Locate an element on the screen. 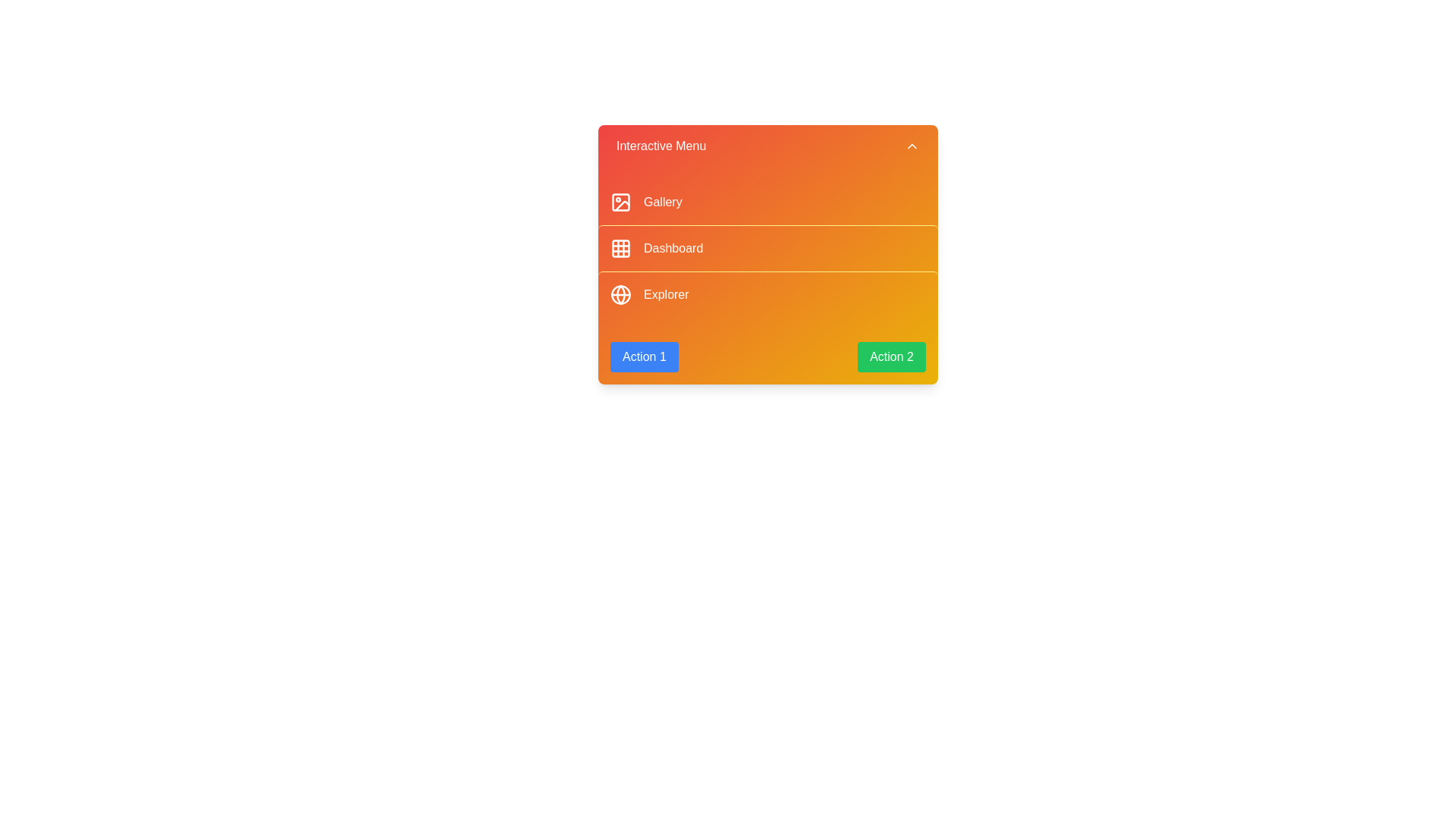 This screenshot has width=1456, height=819. the menu item corresponding to Gallery is located at coordinates (767, 201).